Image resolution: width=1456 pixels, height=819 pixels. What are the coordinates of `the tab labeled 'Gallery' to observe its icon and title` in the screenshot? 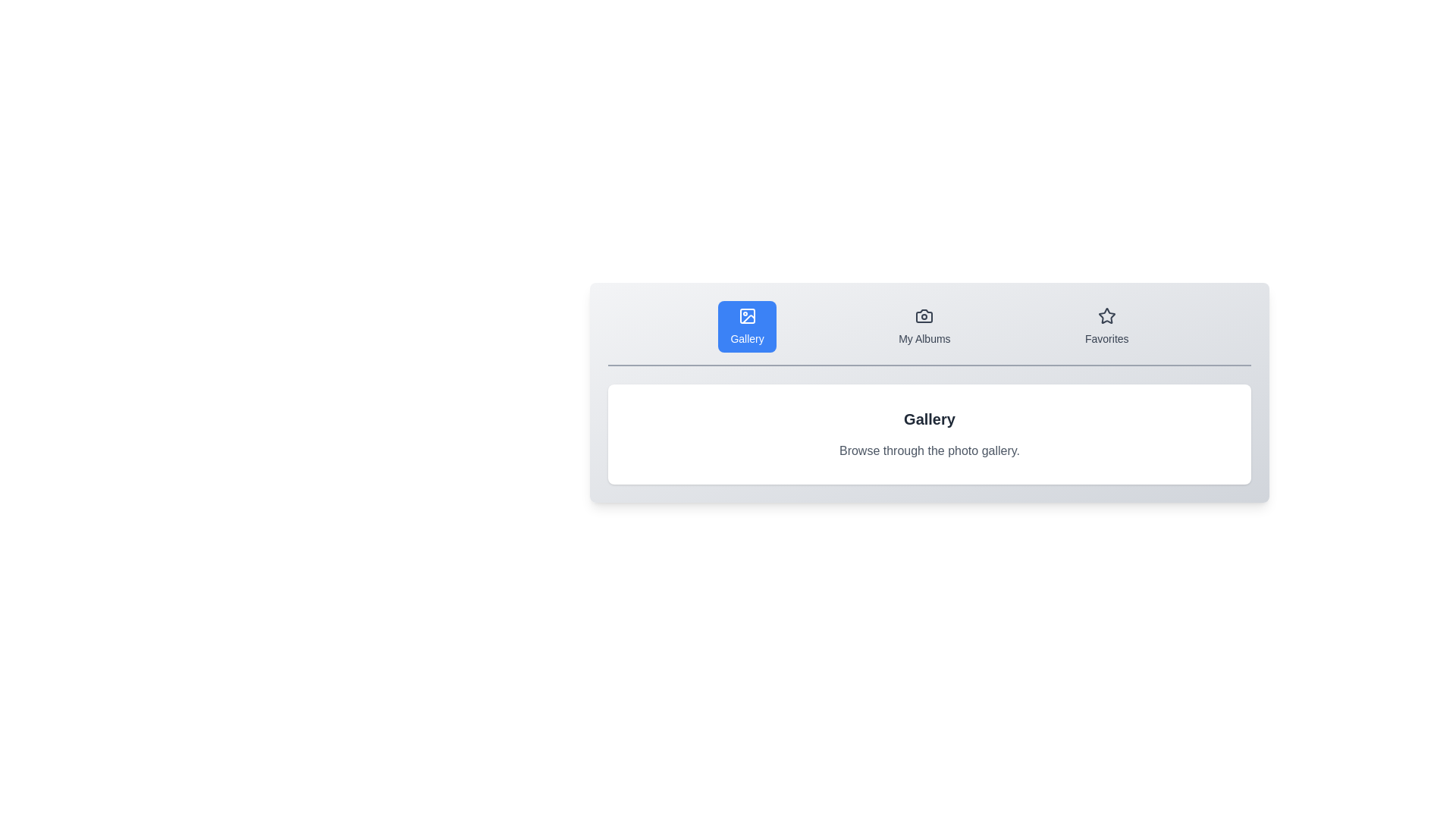 It's located at (747, 326).